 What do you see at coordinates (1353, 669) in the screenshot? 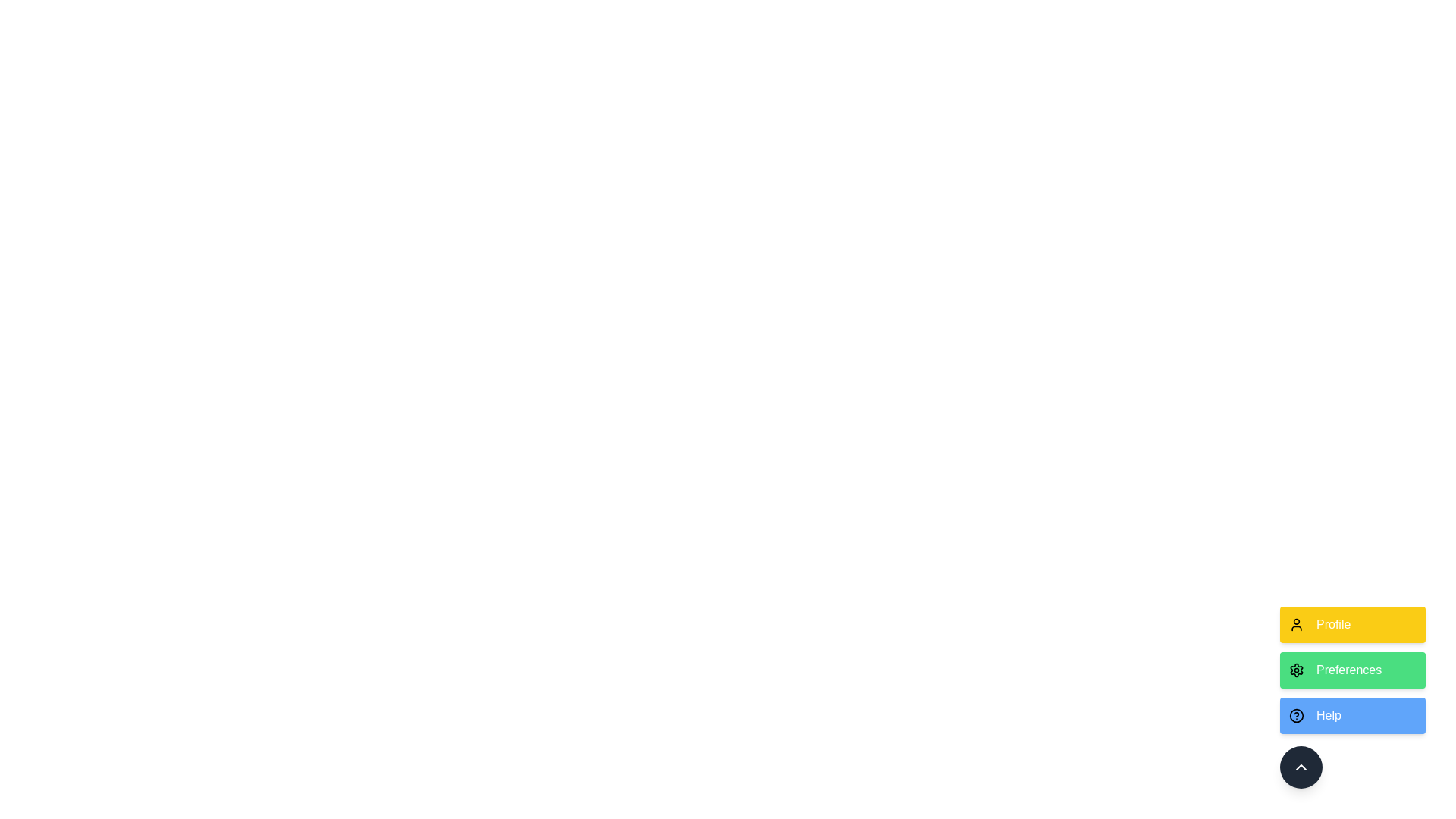
I see `the action labeled Preferences to observe the hover effect` at bounding box center [1353, 669].